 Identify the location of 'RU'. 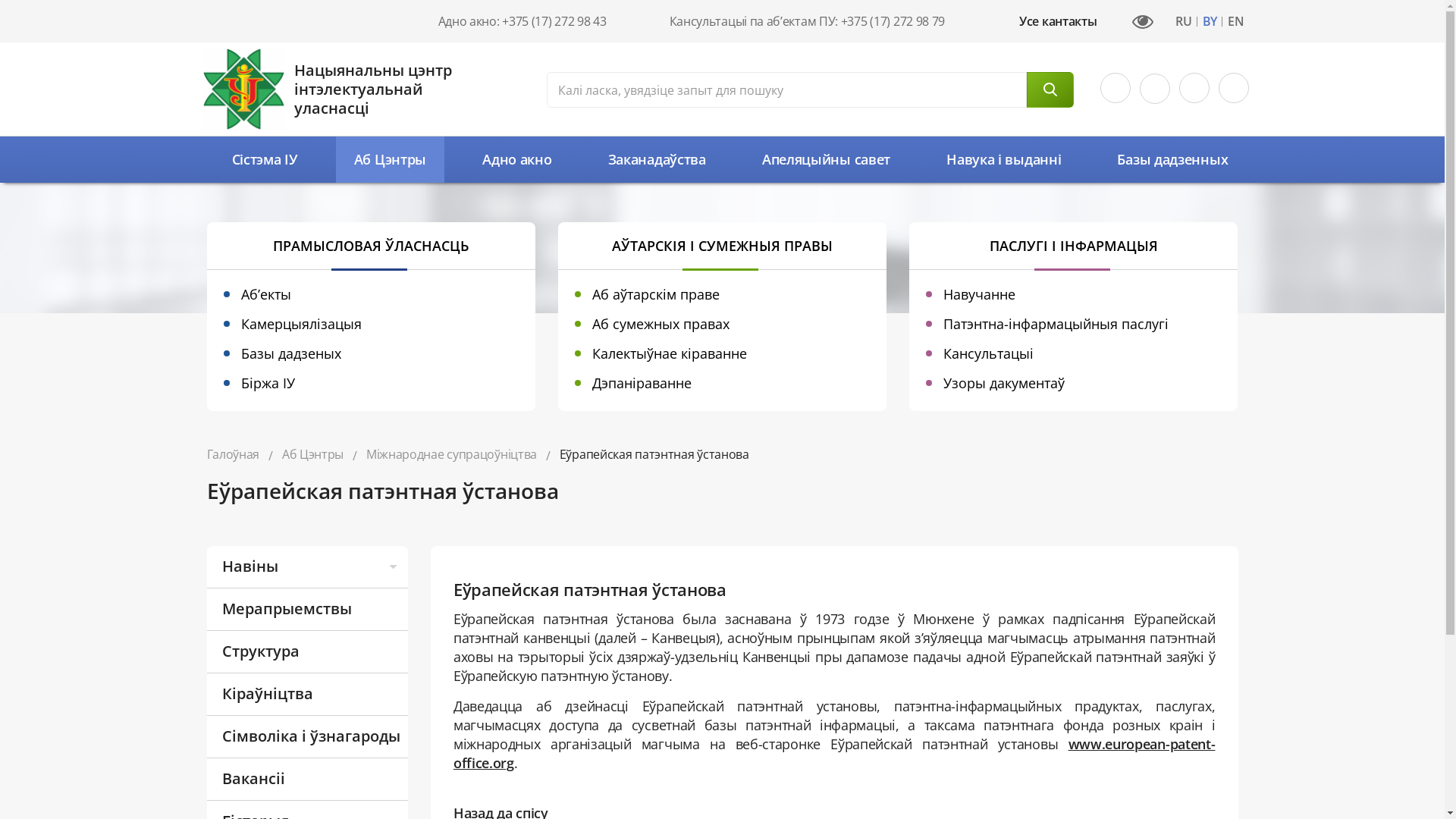
(1182, 22).